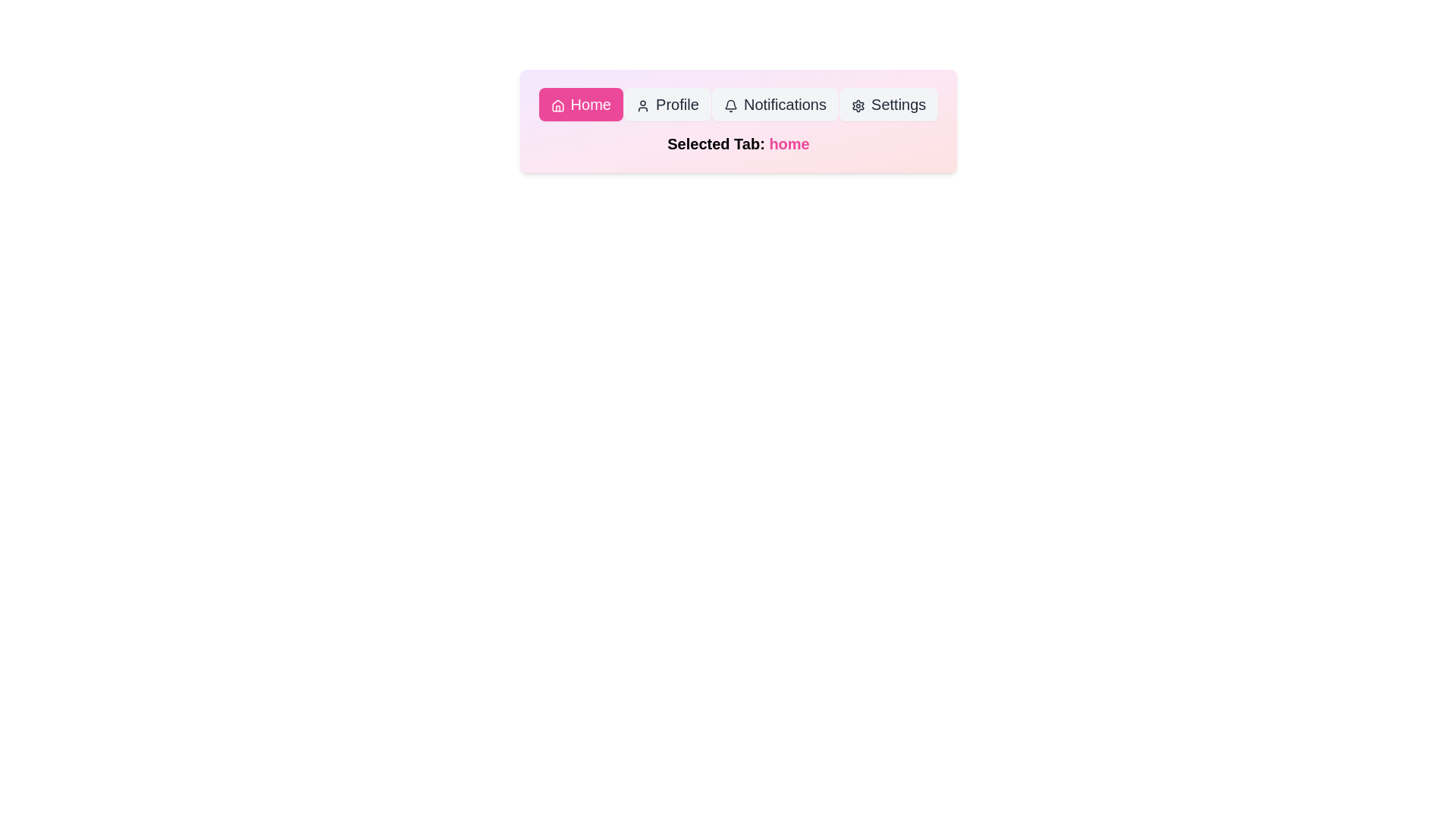 Image resolution: width=1456 pixels, height=819 pixels. I want to click on the navigation buttons in the composite UI element with a gradient background, so click(739, 120).